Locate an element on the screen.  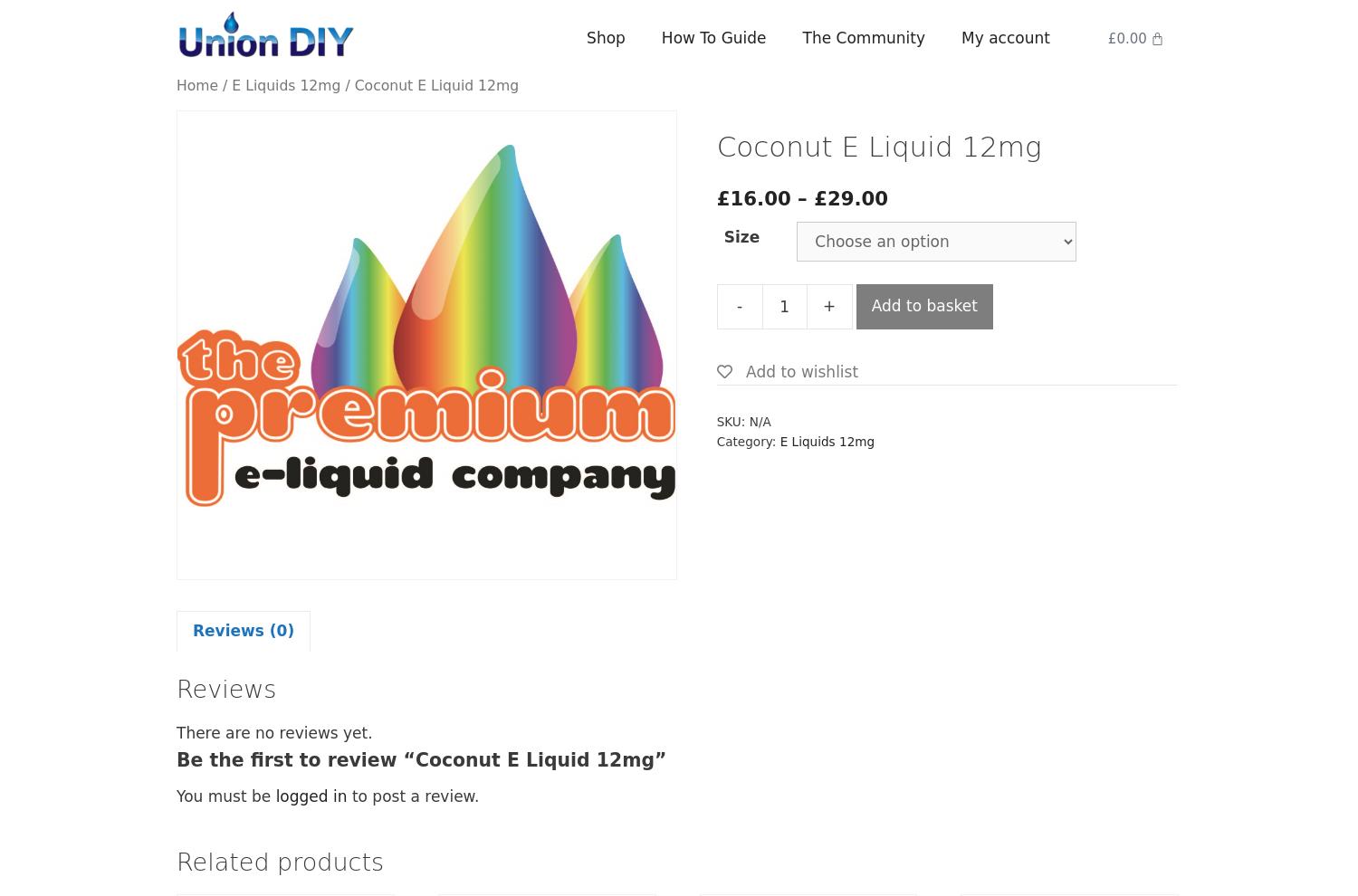
'My account' is located at coordinates (1004, 36).